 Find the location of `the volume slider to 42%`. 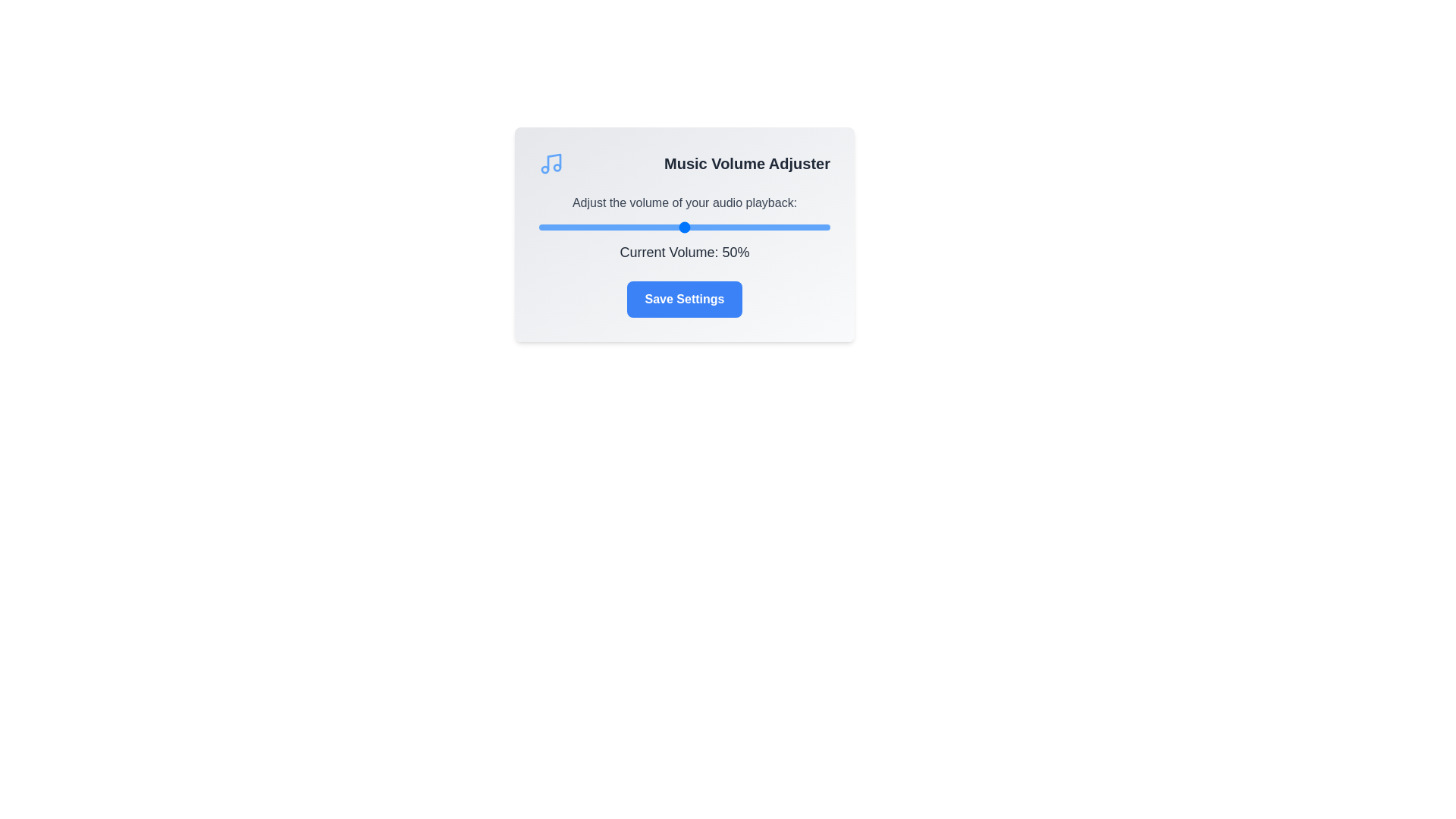

the volume slider to 42% is located at coordinates (661, 227).